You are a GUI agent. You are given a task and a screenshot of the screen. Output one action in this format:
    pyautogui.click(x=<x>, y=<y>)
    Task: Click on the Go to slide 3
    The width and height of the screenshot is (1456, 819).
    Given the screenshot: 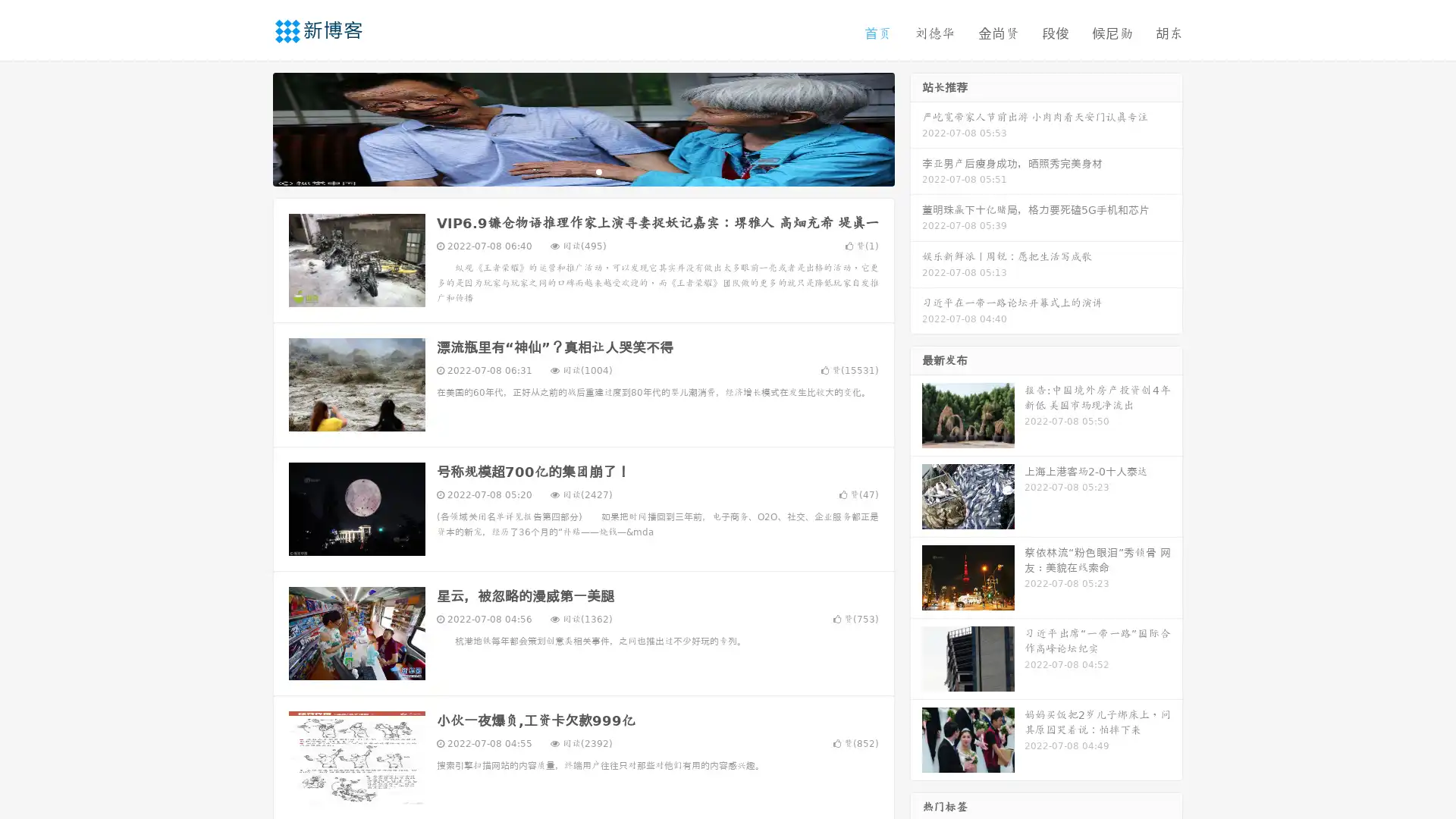 What is the action you would take?
    pyautogui.click(x=598, y=171)
    